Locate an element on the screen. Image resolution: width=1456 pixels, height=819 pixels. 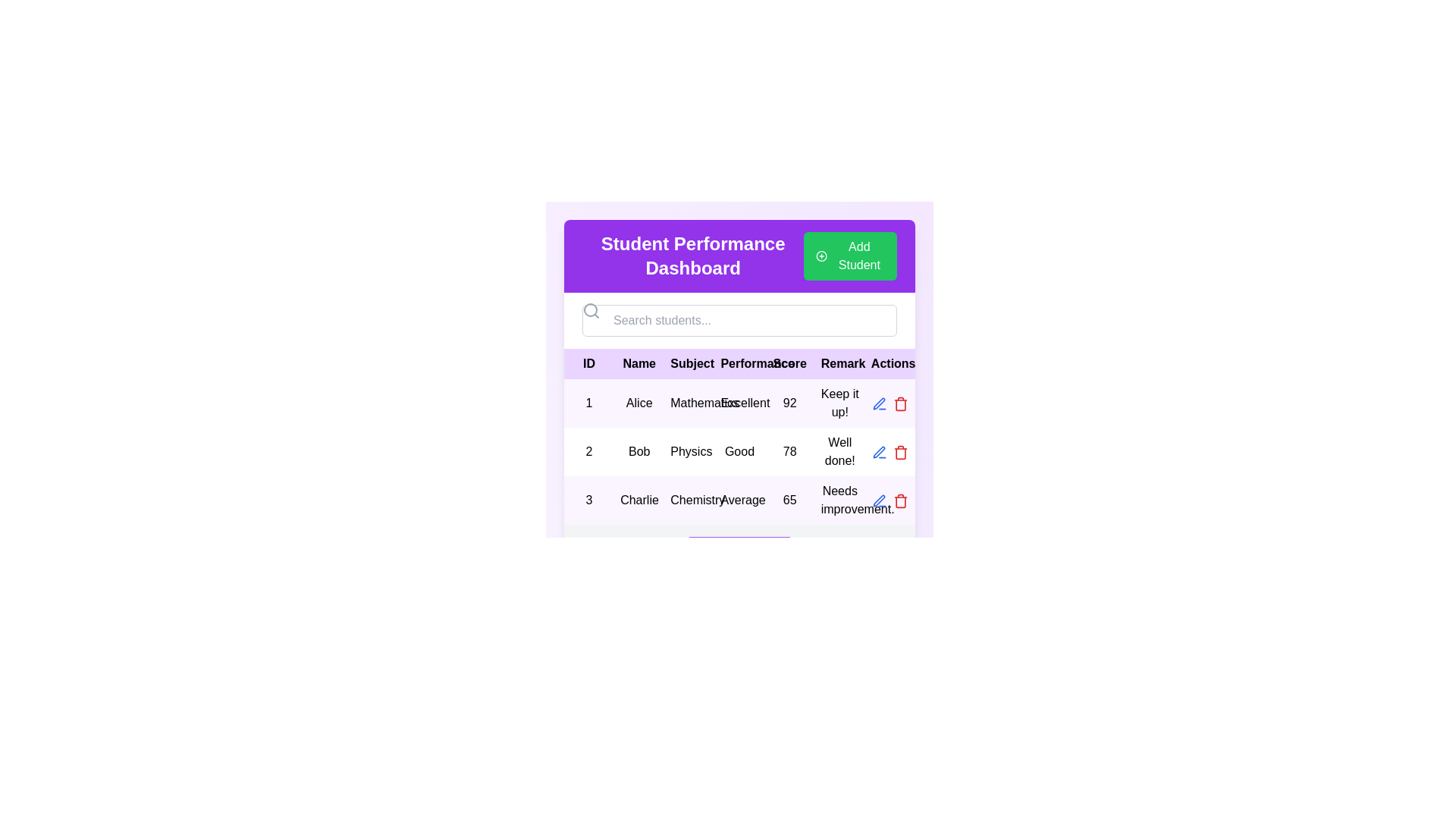
the static text displaying the subject name 'Chemistry' located in the third row of the student performance dashboard under the 'Subject' column is located at coordinates (689, 500).